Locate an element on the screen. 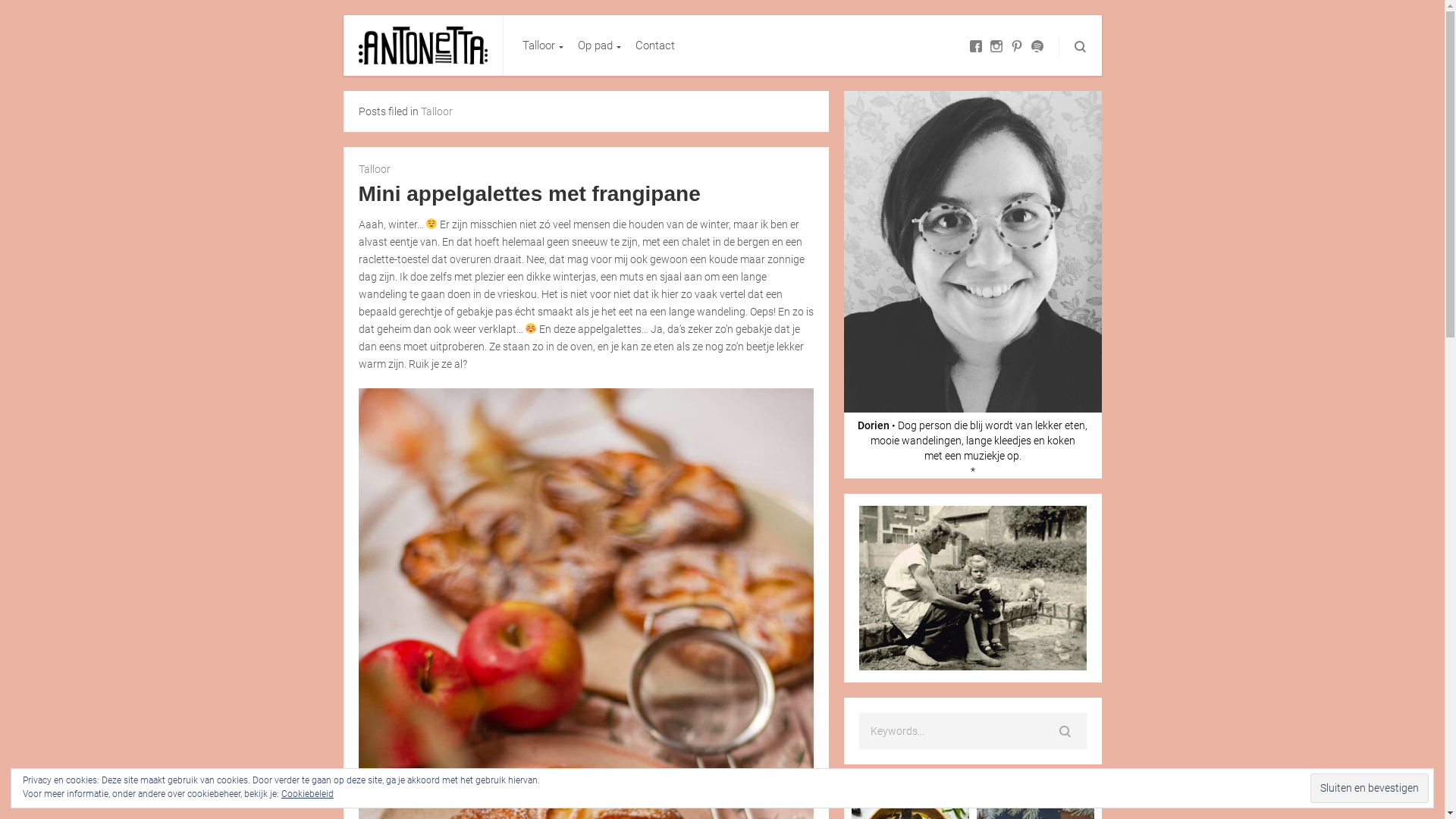  'Talloor' is located at coordinates (541, 45).